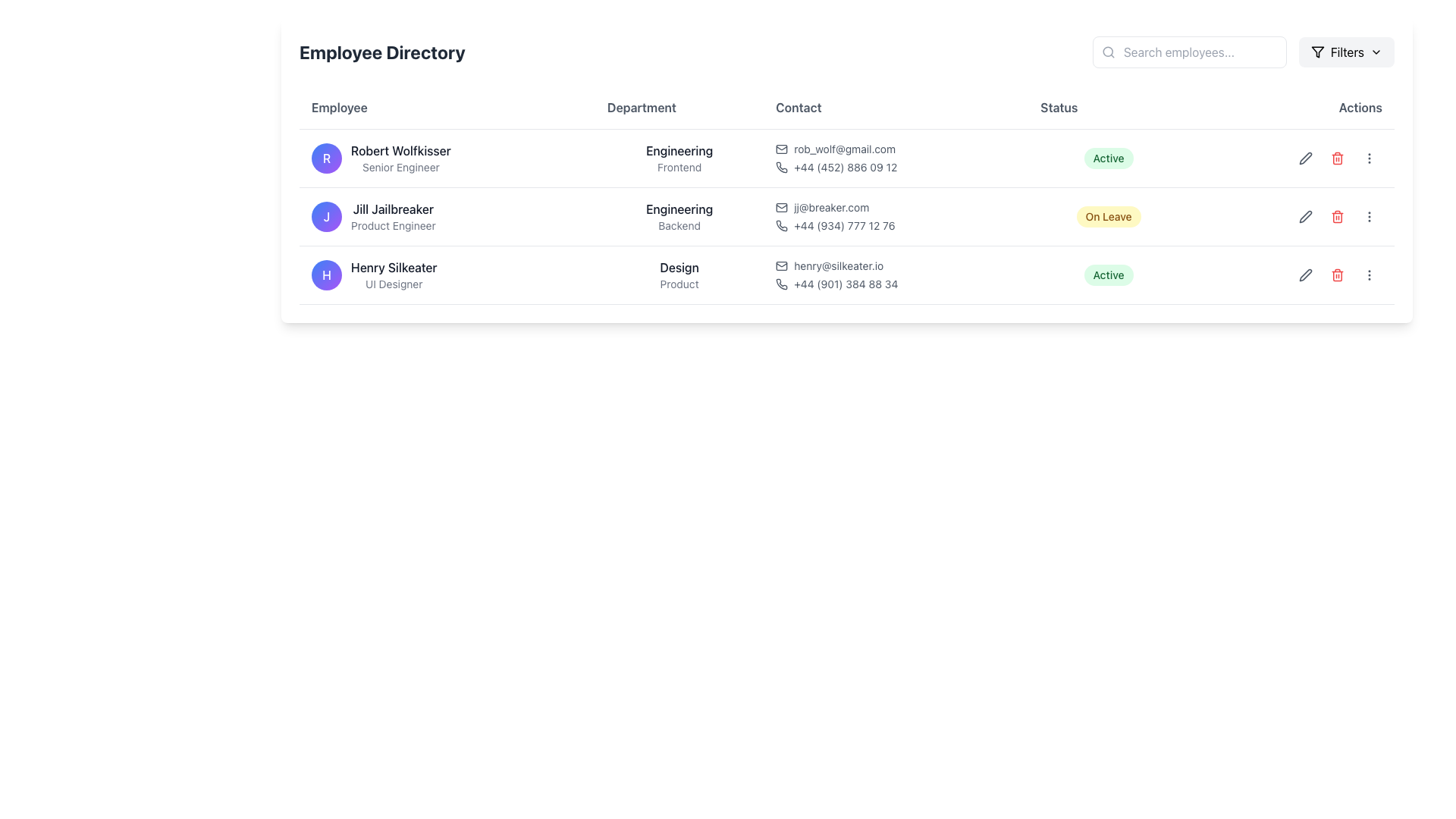  I want to click on text block that provides information about an individual, specifically their name and job role, located on the left side of the third row in the employee listing table, to the right of the circular avatar with the letter 'H' and above the 'Design' department column, so click(394, 275).